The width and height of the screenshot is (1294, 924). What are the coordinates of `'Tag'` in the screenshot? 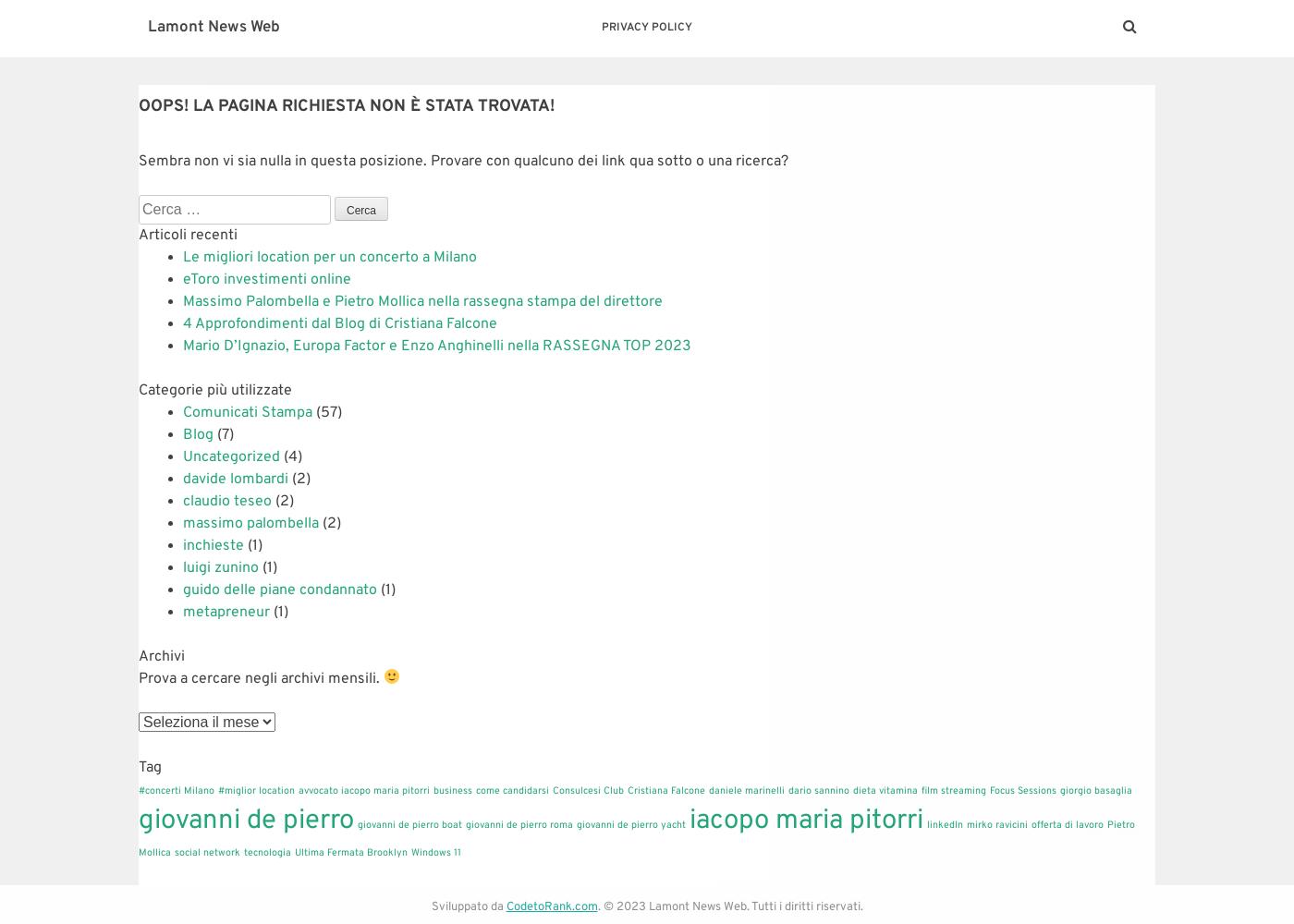 It's located at (138, 766).